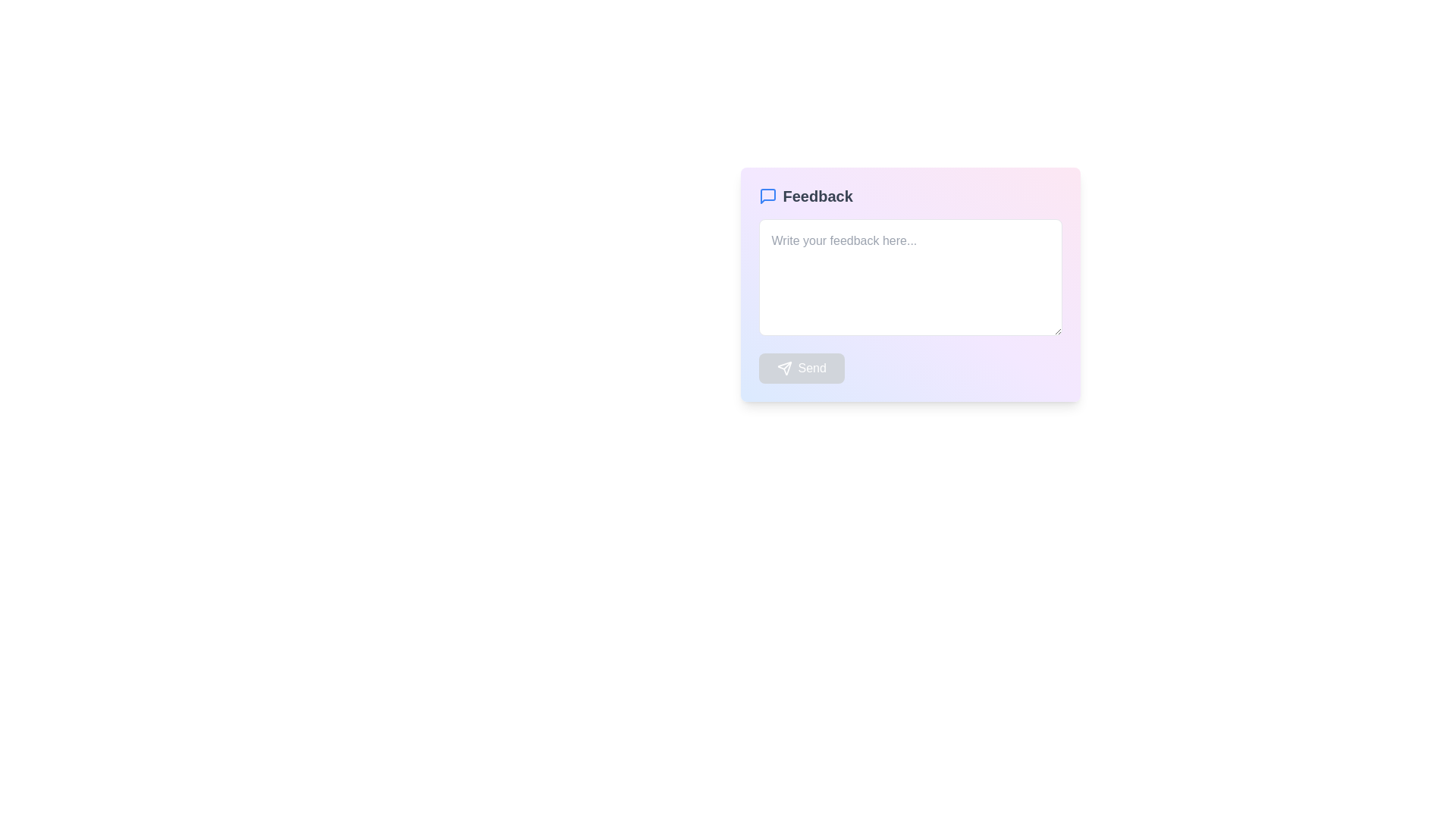 The width and height of the screenshot is (1456, 819). I want to click on the header with an icon-element combination, so click(910, 195).